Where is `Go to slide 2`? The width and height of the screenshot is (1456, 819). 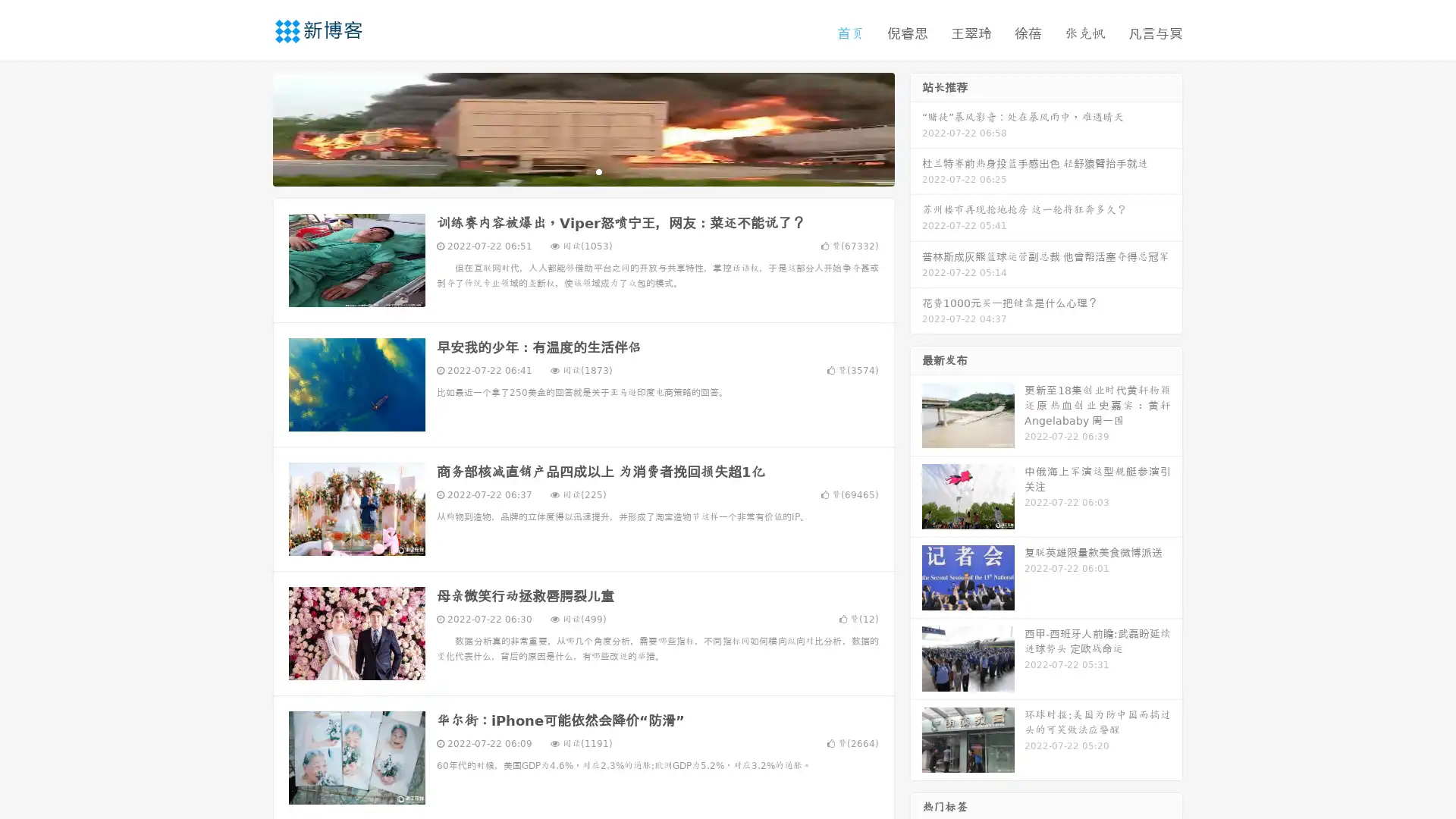
Go to slide 2 is located at coordinates (582, 171).